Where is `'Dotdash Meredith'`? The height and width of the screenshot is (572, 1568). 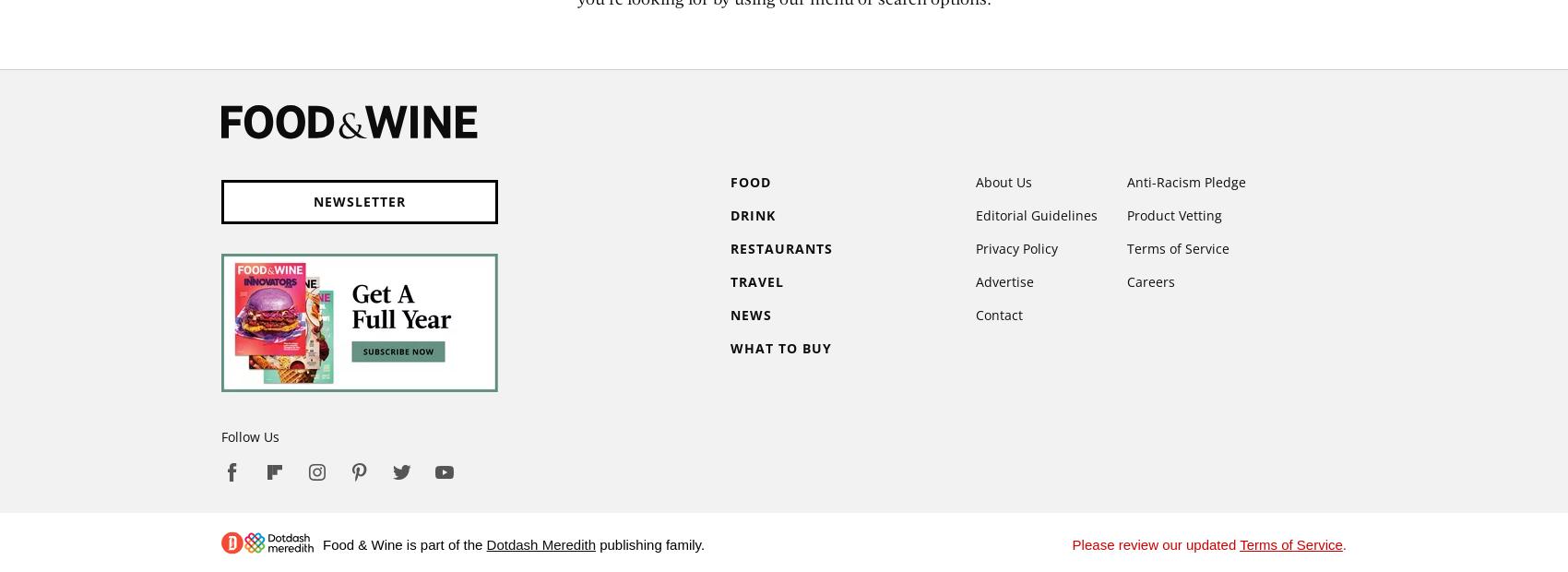
'Dotdash Meredith' is located at coordinates (540, 544).